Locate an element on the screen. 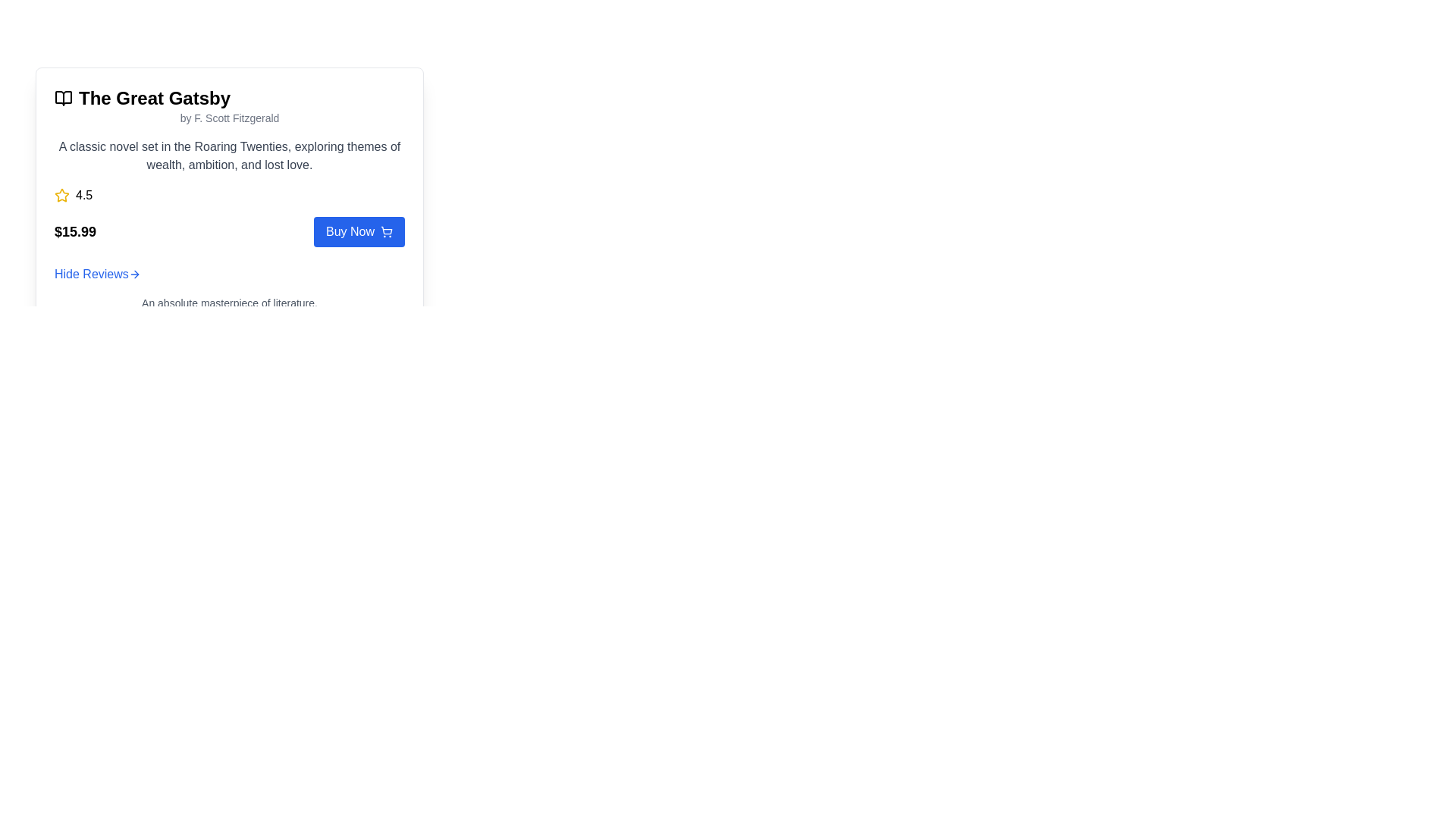  the star-shaped icon with yellow borders that represents the rating feature, located to the left of the numeric rating text ('4.5') is located at coordinates (61, 194).